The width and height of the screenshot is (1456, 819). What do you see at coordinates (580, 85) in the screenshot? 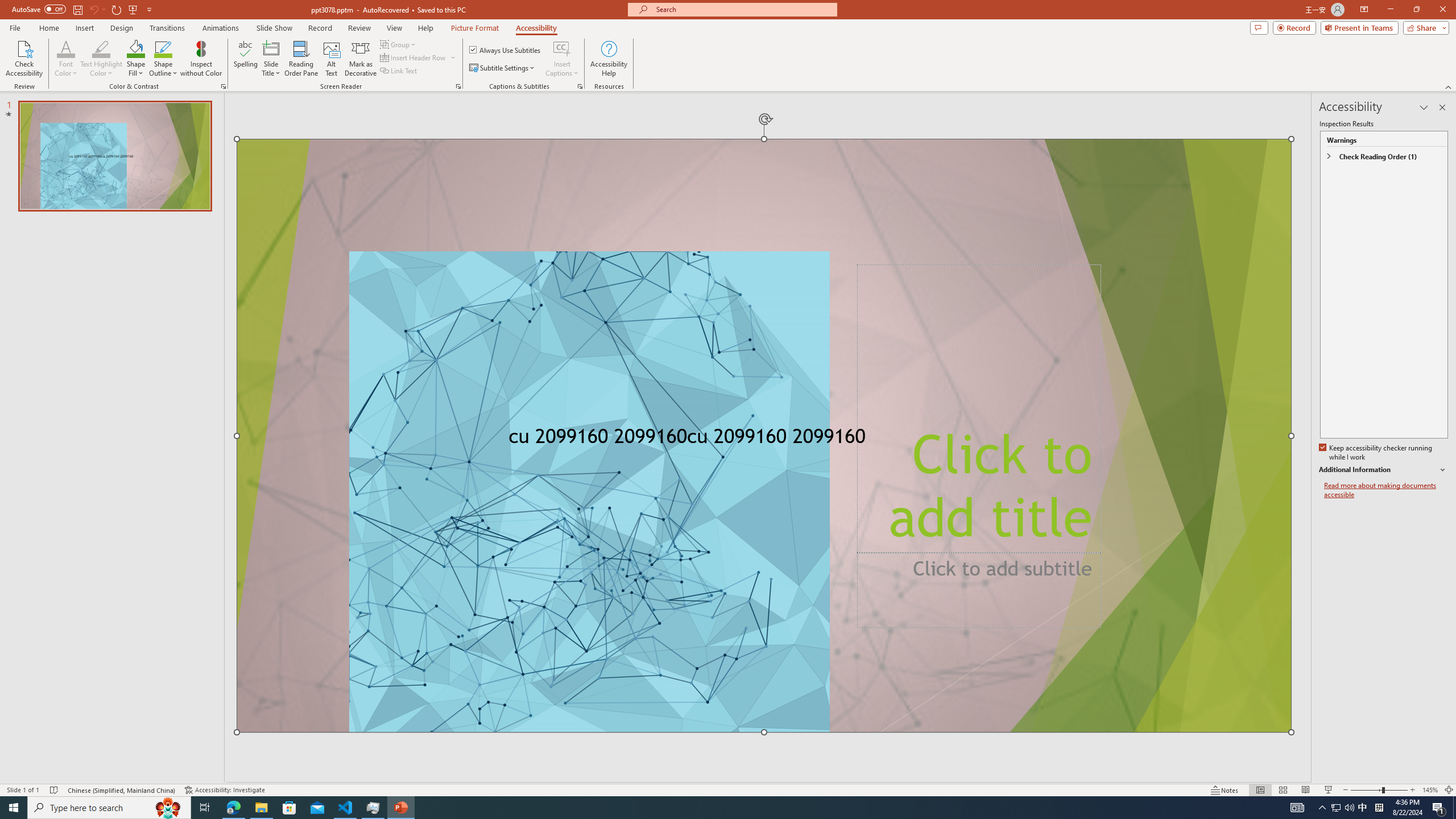
I see `'Captions & Subtitles'` at bounding box center [580, 85].